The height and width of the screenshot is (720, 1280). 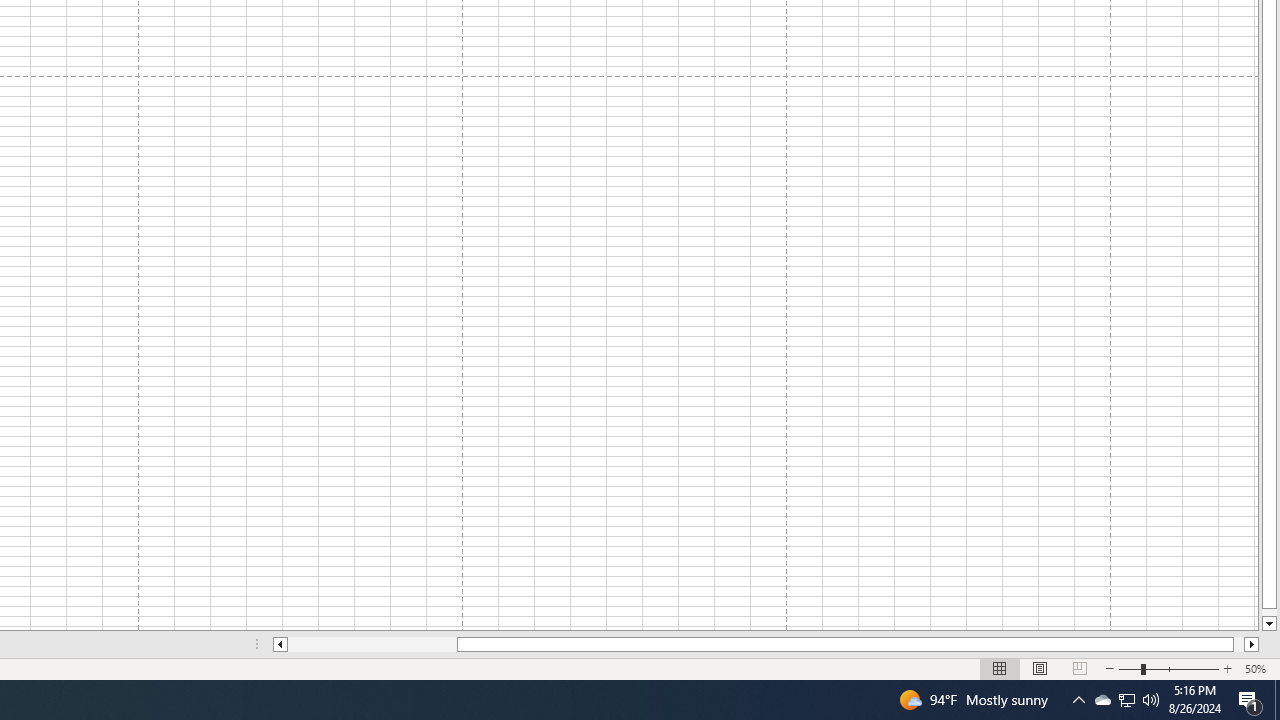 I want to click on 'Page left', so click(x=372, y=644).